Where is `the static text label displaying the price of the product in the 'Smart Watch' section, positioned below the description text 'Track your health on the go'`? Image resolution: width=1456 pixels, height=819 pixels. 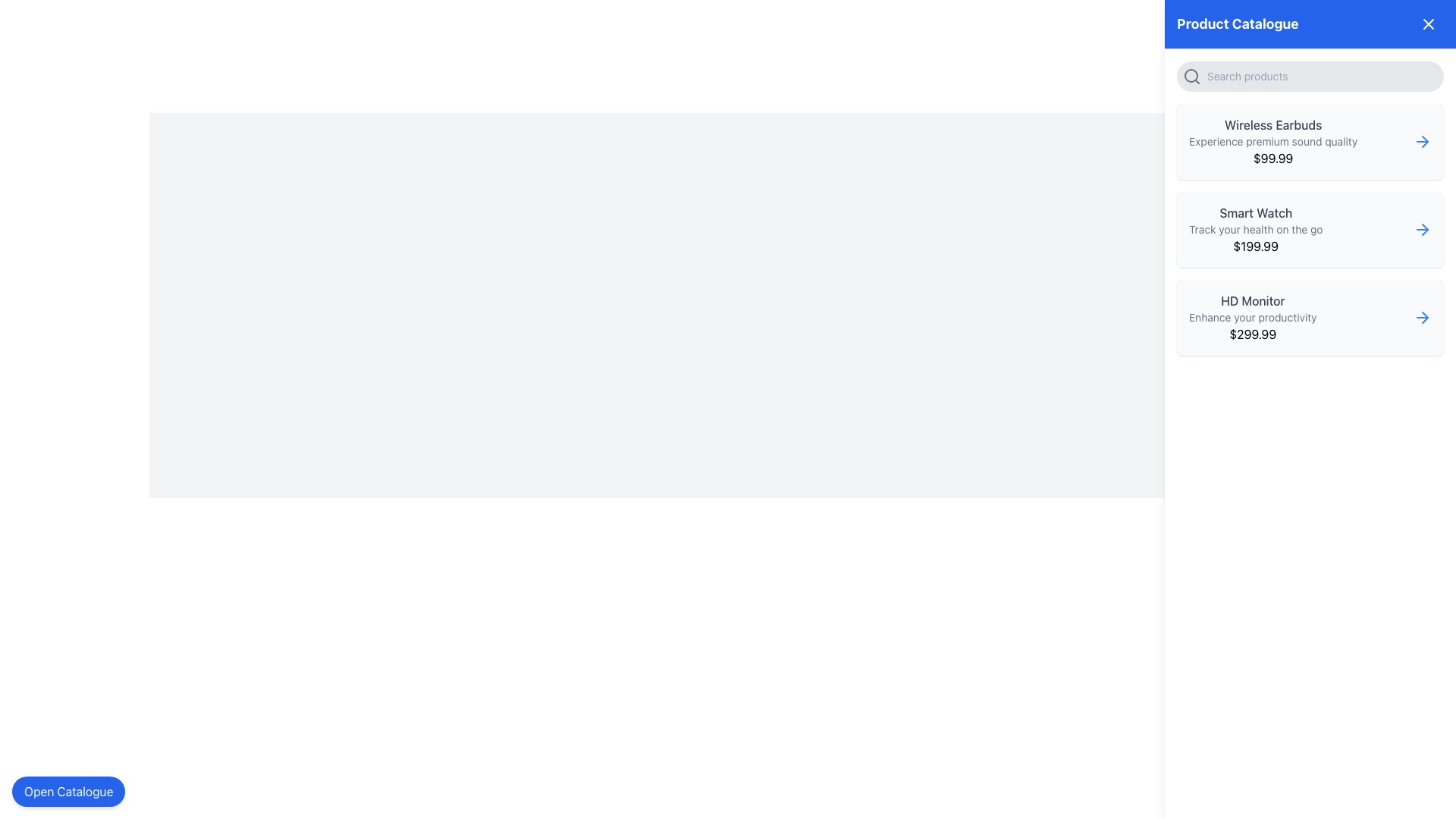 the static text label displaying the price of the product in the 'Smart Watch' section, positioned below the description text 'Track your health on the go' is located at coordinates (1256, 245).